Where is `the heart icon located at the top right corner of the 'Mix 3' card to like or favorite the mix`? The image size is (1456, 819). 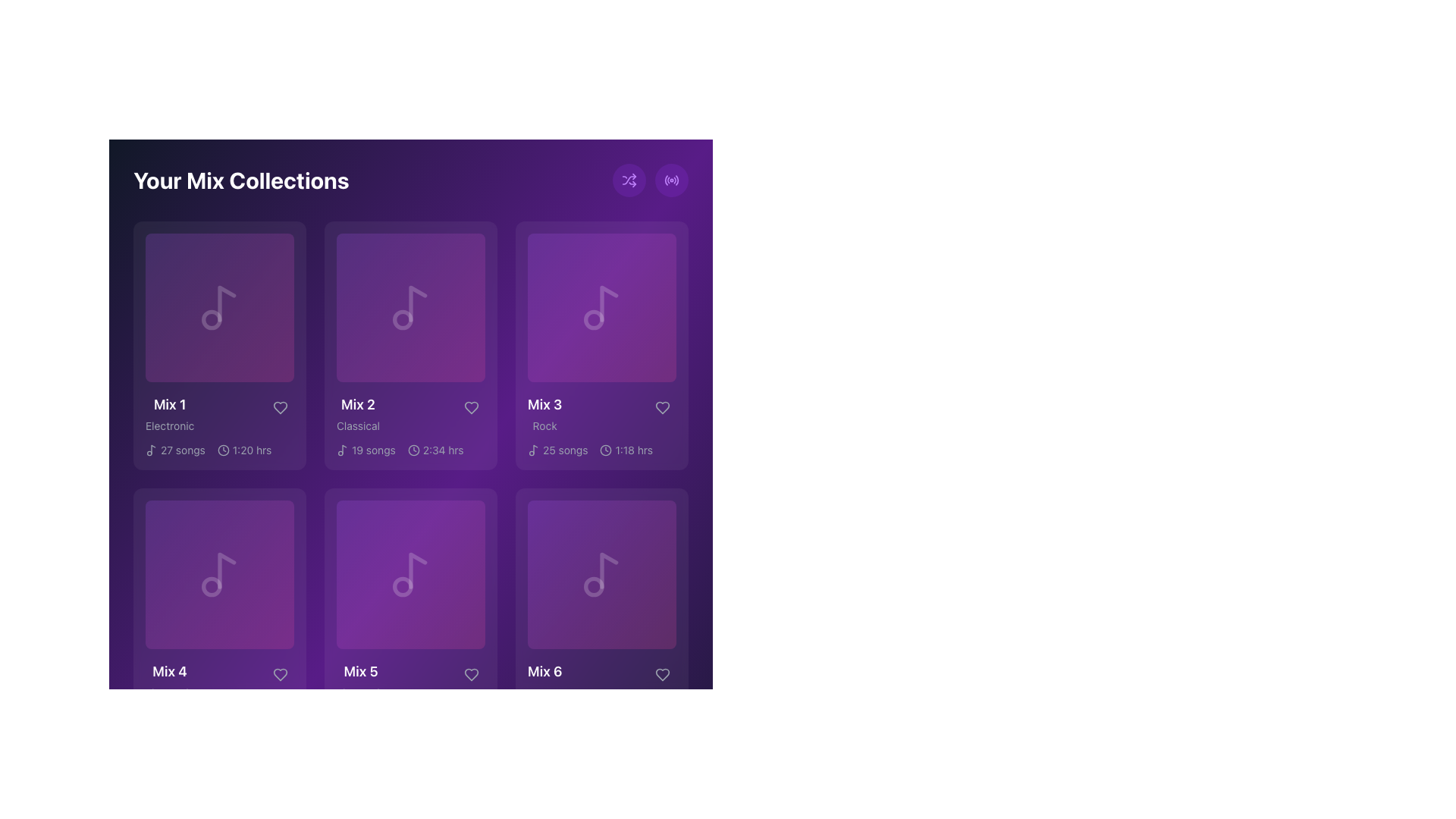 the heart icon located at the top right corner of the 'Mix 3' card to like or favorite the mix is located at coordinates (662, 406).